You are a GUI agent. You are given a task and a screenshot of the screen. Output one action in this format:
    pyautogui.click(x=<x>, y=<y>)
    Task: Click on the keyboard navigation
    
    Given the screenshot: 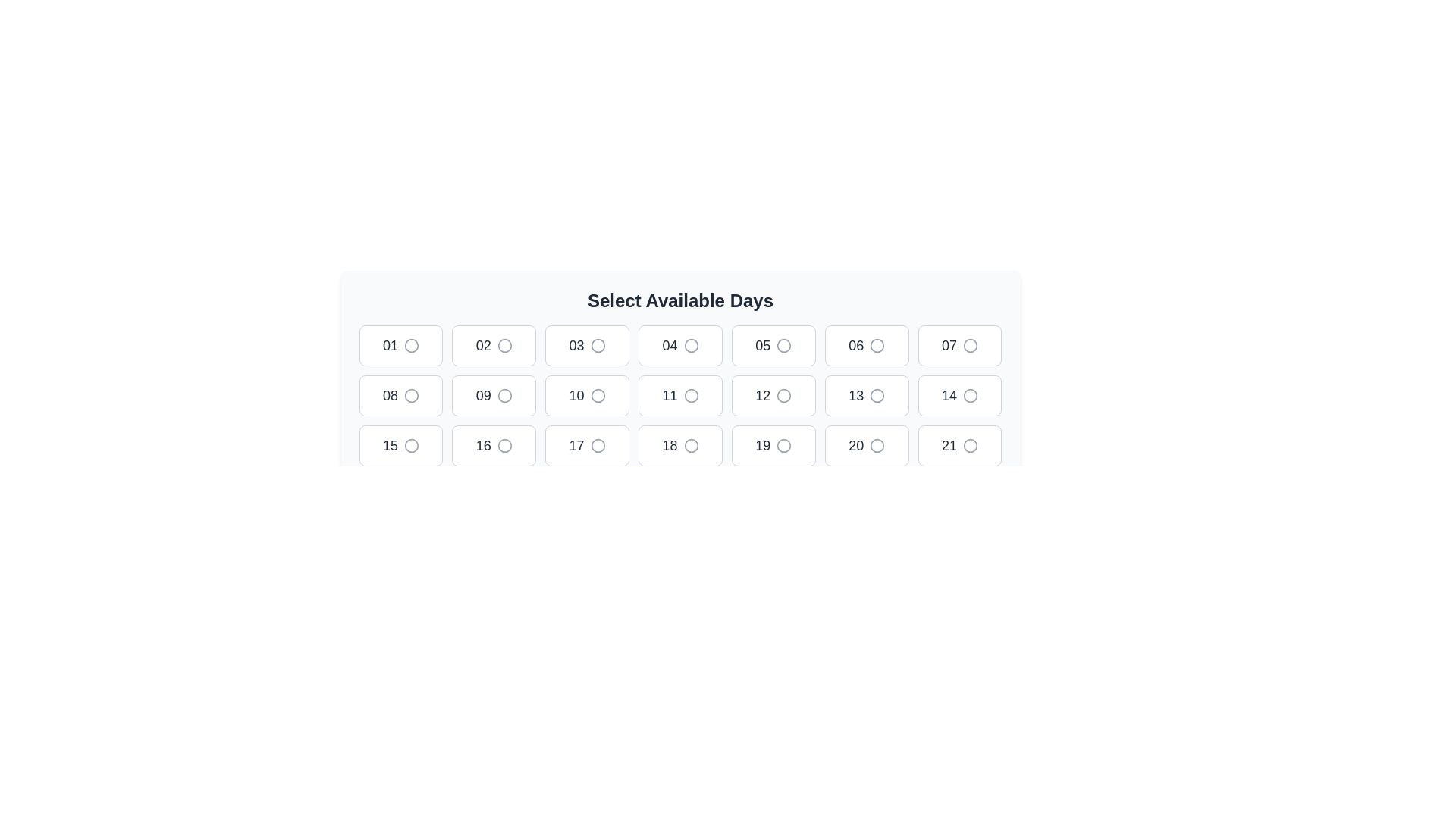 What is the action you would take?
    pyautogui.click(x=959, y=394)
    